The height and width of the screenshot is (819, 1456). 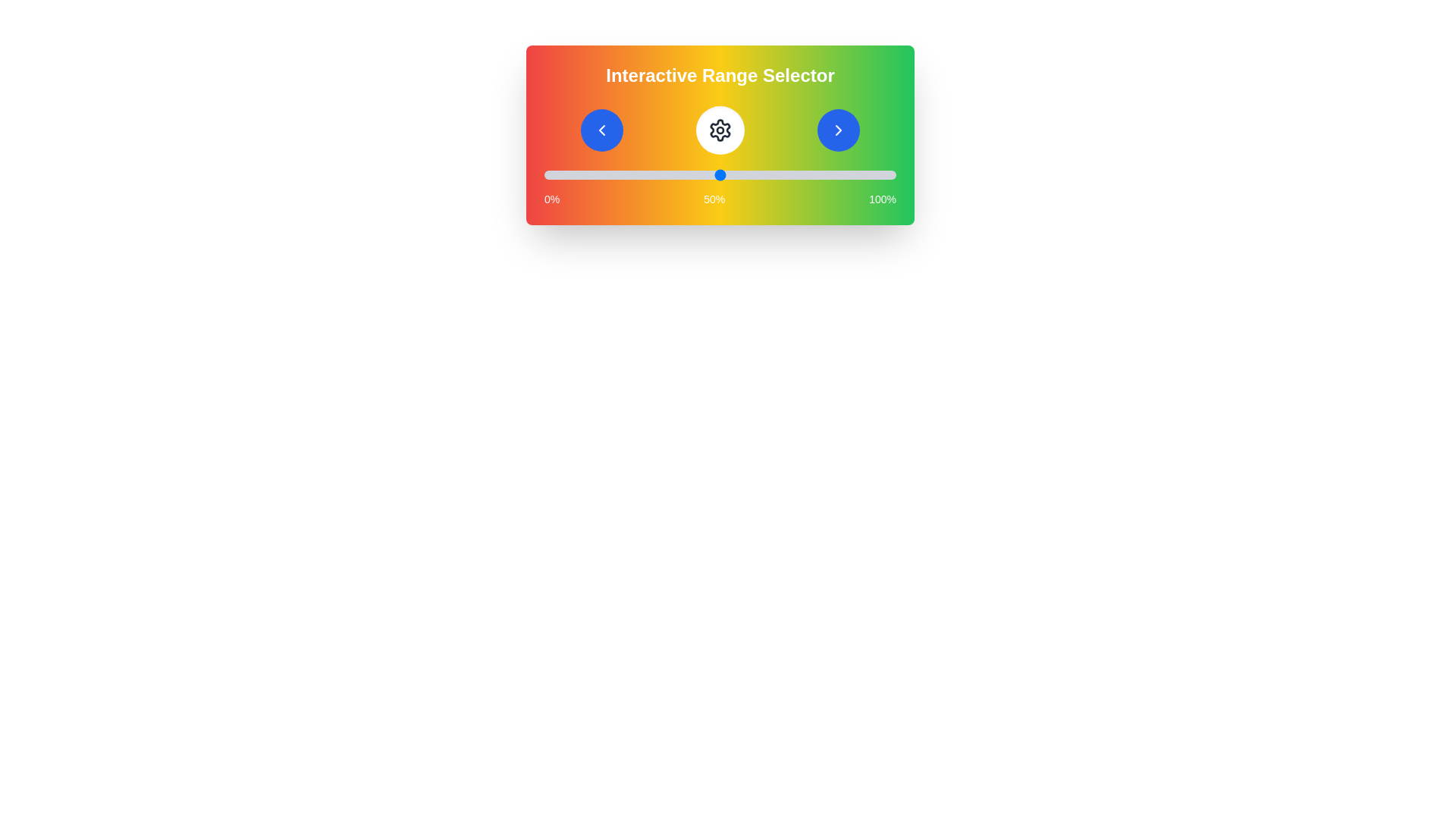 What do you see at coordinates (695, 174) in the screenshot?
I see `the slider to set the value to 43` at bounding box center [695, 174].